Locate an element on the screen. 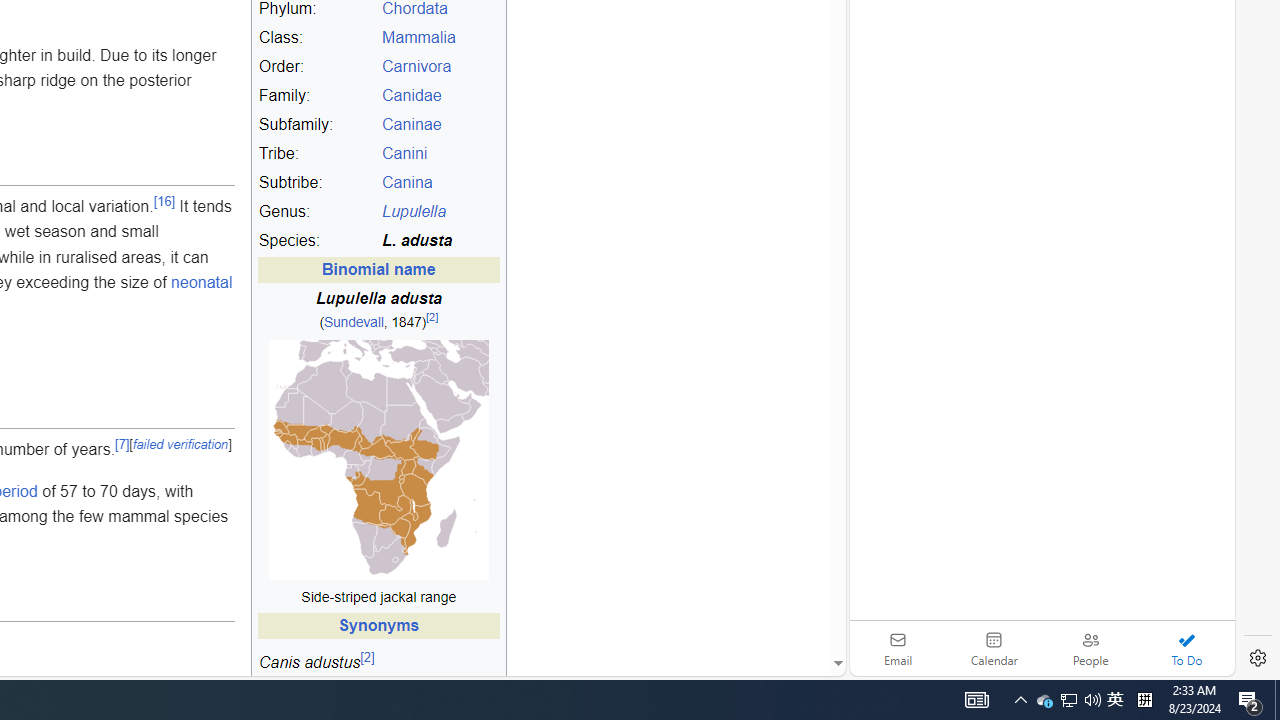 Image resolution: width=1280 pixels, height=720 pixels. 'Mammalia' is located at coordinates (439, 38).